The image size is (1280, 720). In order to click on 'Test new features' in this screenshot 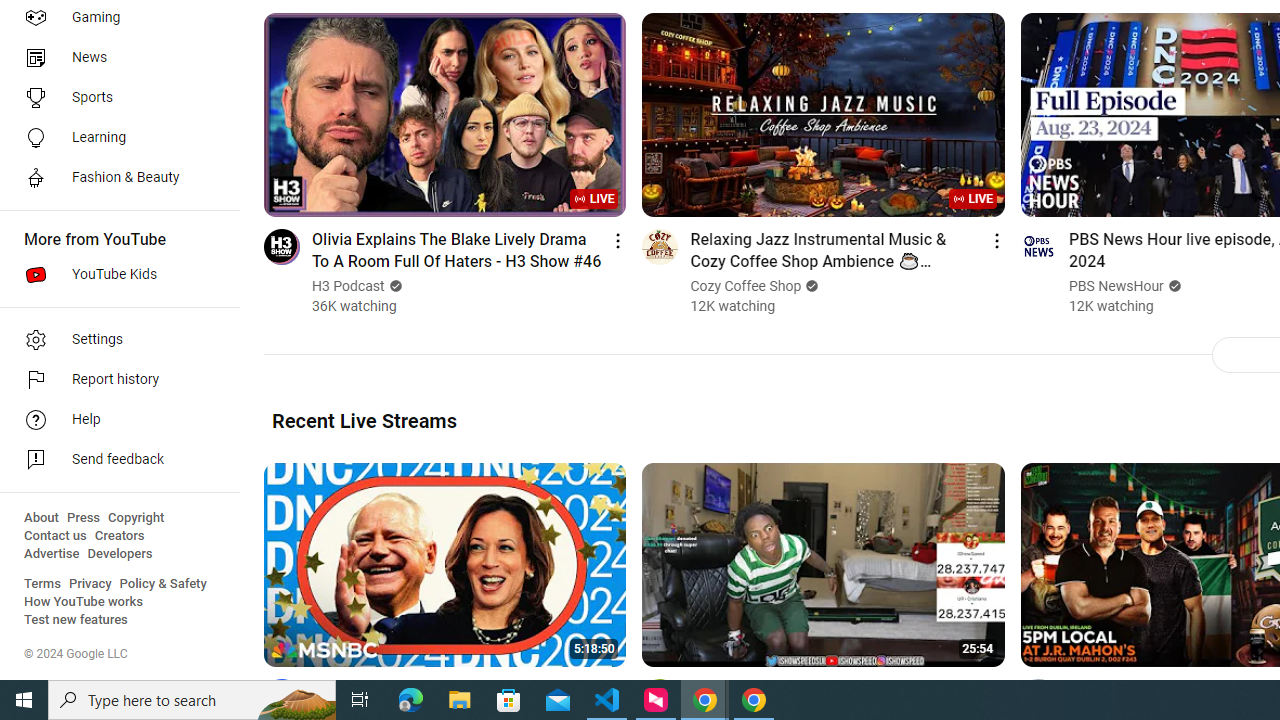, I will do `click(76, 619)`.